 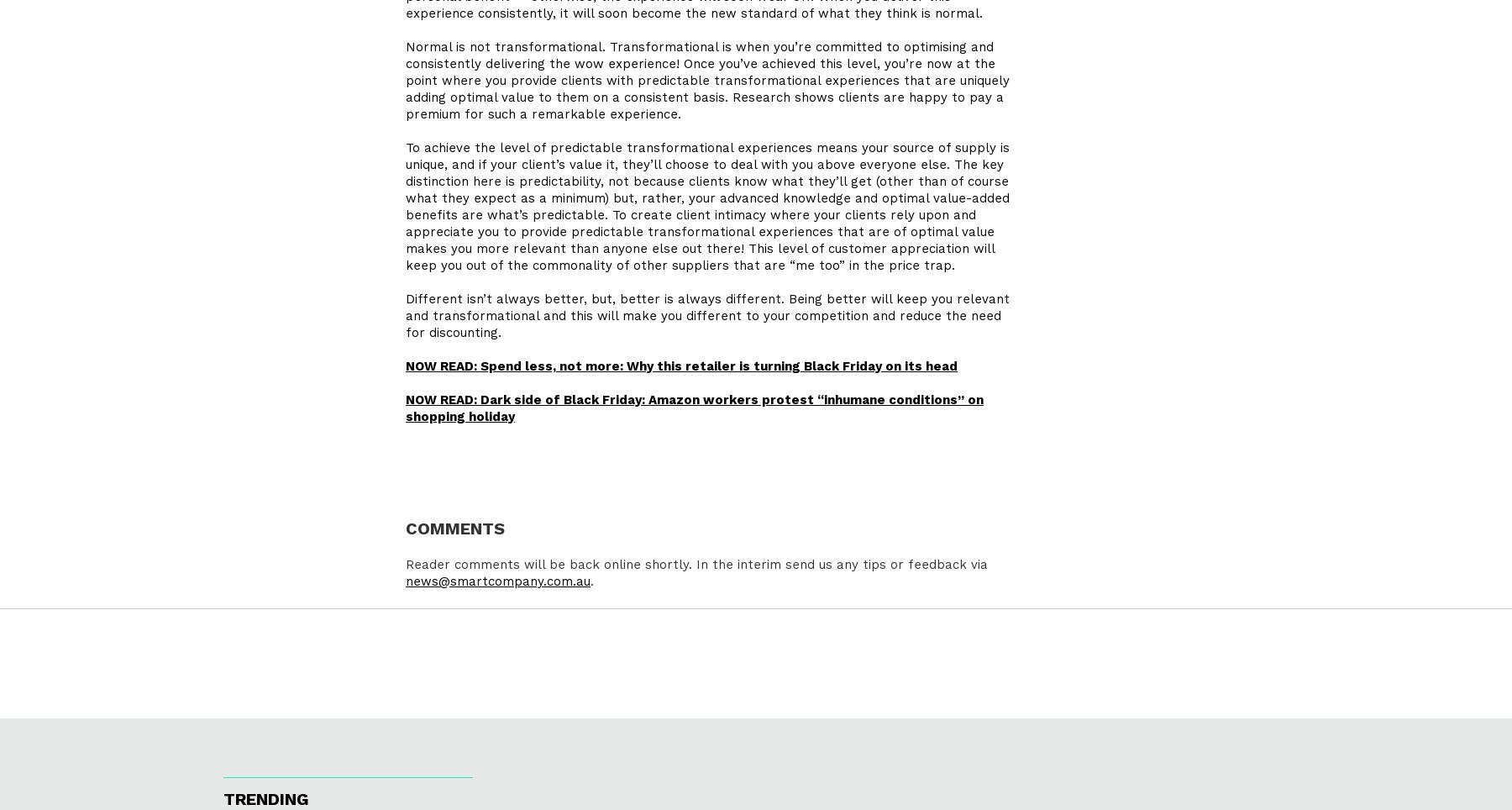 I want to click on 'Normal is not transformational. Transformational is when you’re committed to optimising and consistently delivering the wow experience! Once you’ve achieved this level,', so click(x=700, y=56).